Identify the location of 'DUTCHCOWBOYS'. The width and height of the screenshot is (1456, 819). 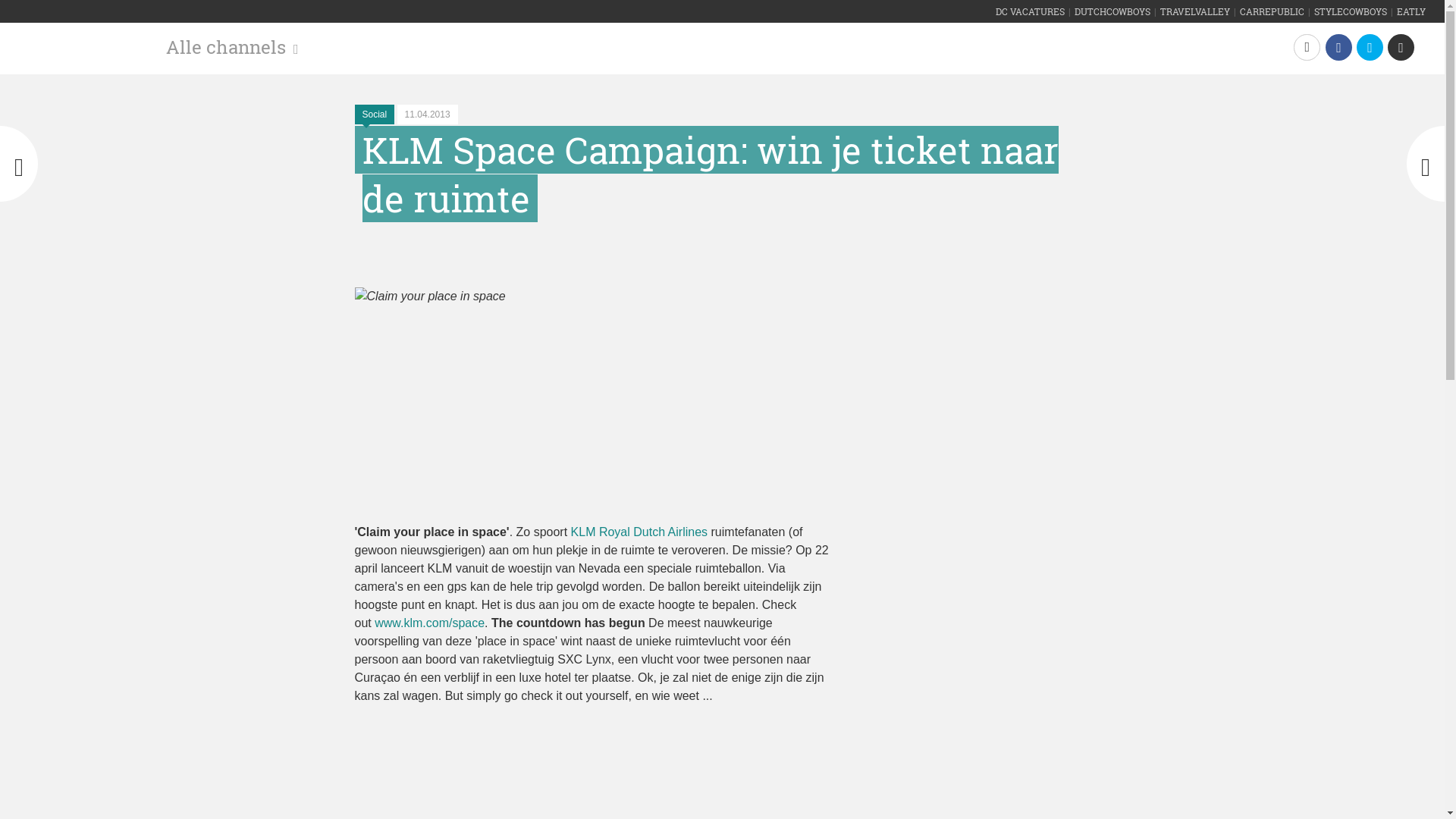
(1112, 11).